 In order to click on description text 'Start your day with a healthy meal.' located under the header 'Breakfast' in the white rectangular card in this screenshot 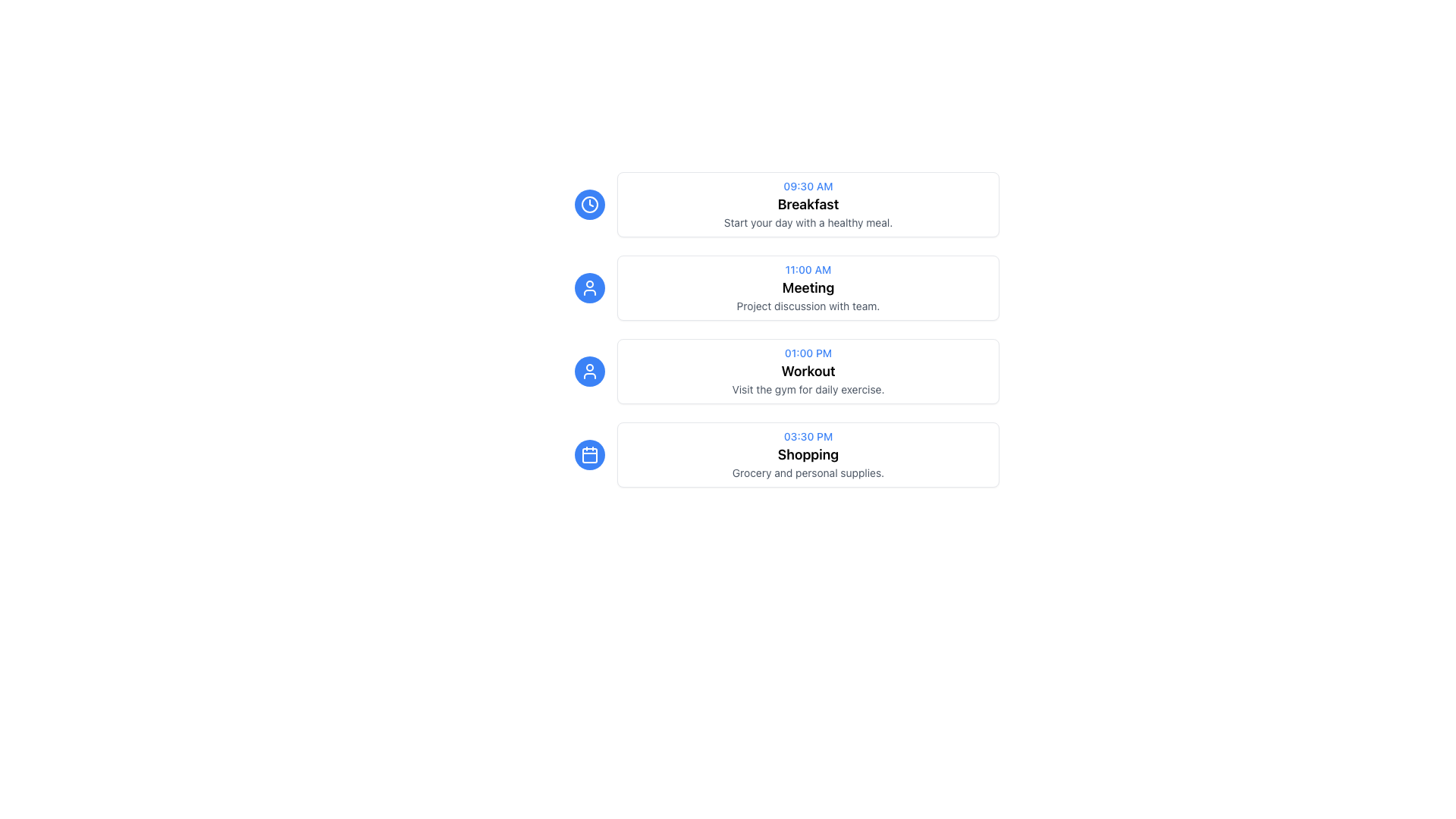, I will do `click(807, 222)`.